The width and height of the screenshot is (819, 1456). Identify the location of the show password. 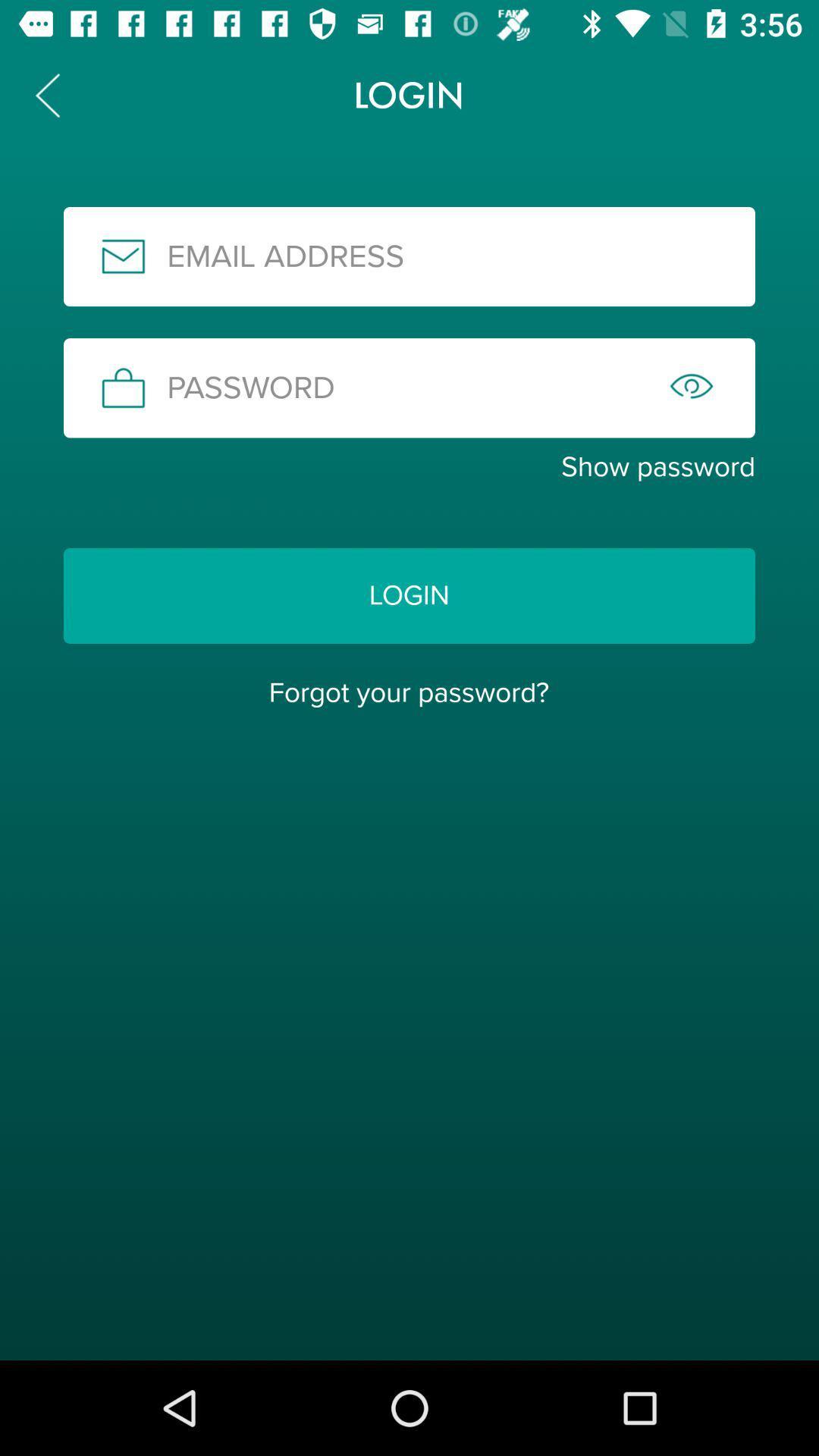
(409, 466).